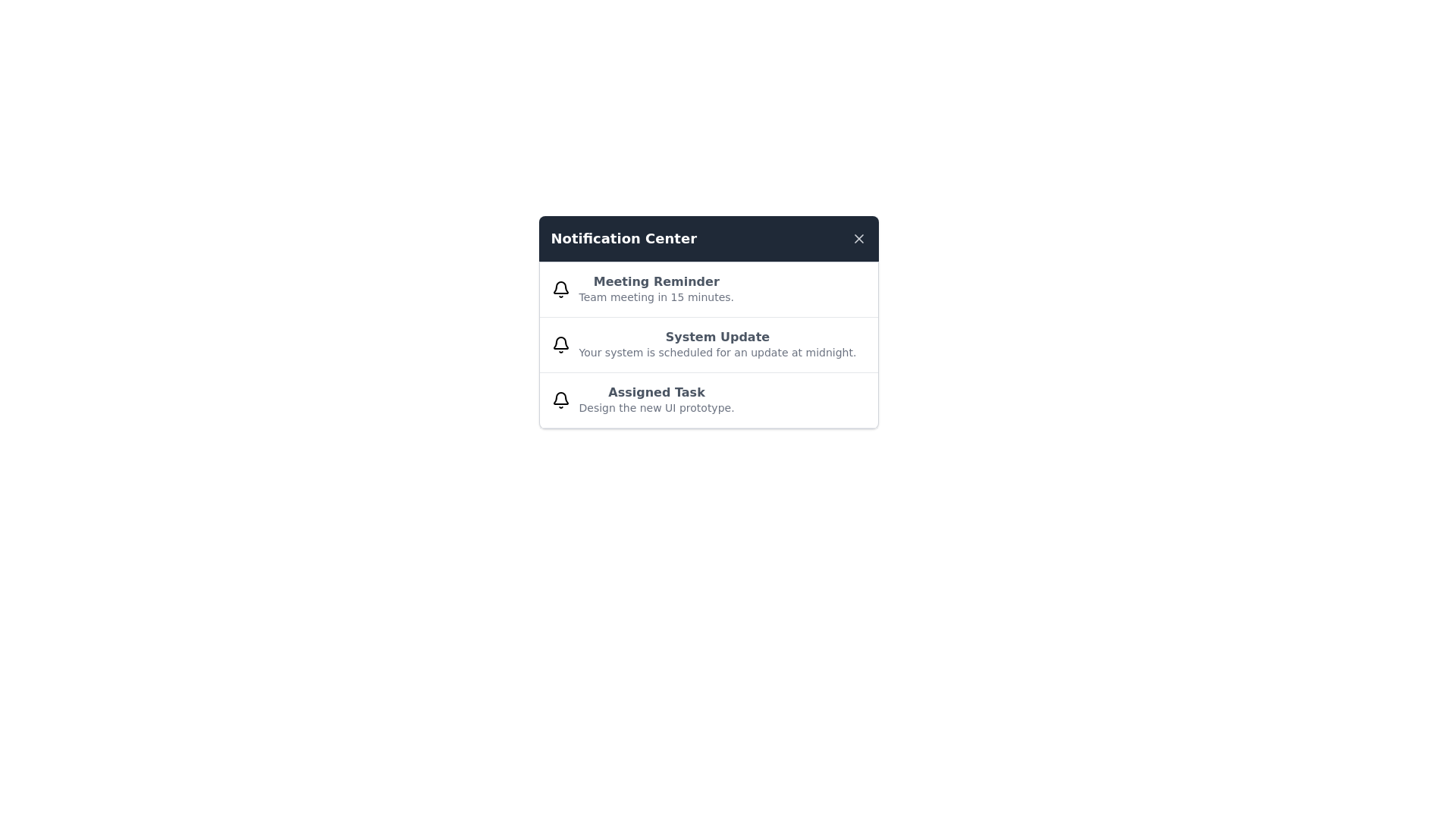 This screenshot has width=1456, height=819. What do you see at coordinates (657, 391) in the screenshot?
I see `text label that says 'Assigned Task', which is styled in bold gray typography and located within the third notification item in the 'Notification Center'` at bounding box center [657, 391].